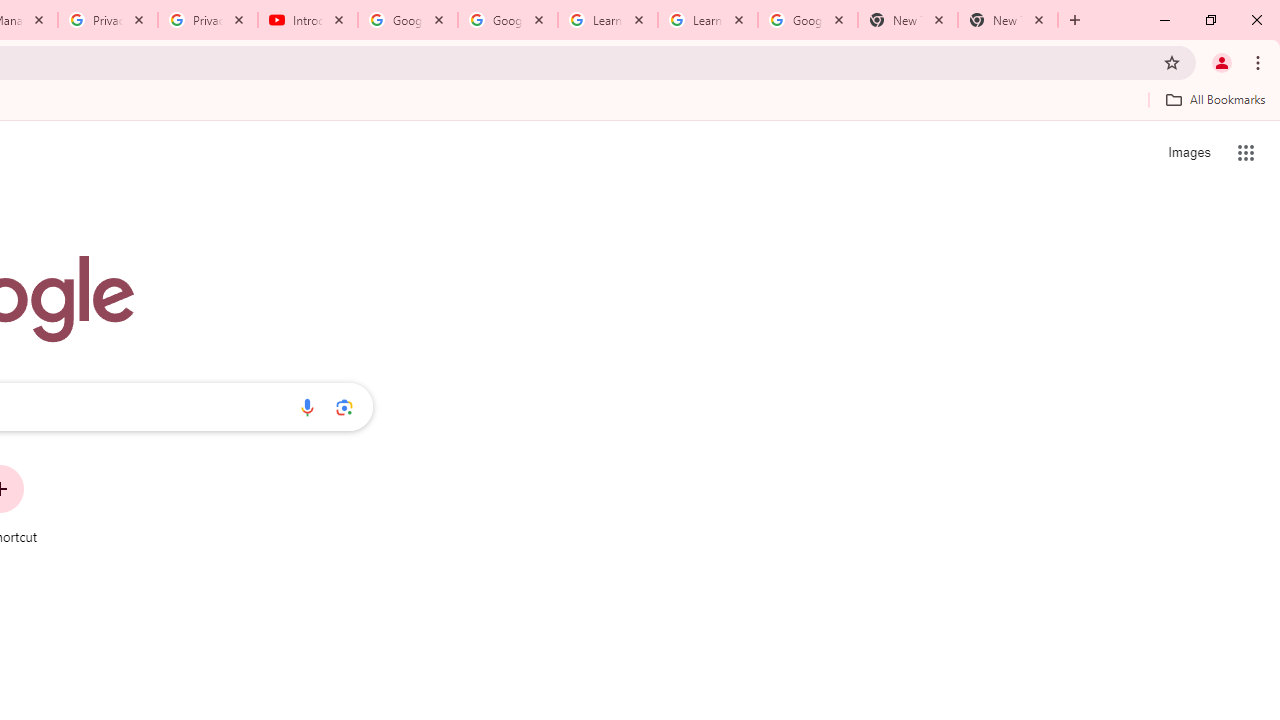 This screenshot has height=720, width=1280. Describe the element at coordinates (306, 406) in the screenshot. I see `'Search by voice'` at that location.